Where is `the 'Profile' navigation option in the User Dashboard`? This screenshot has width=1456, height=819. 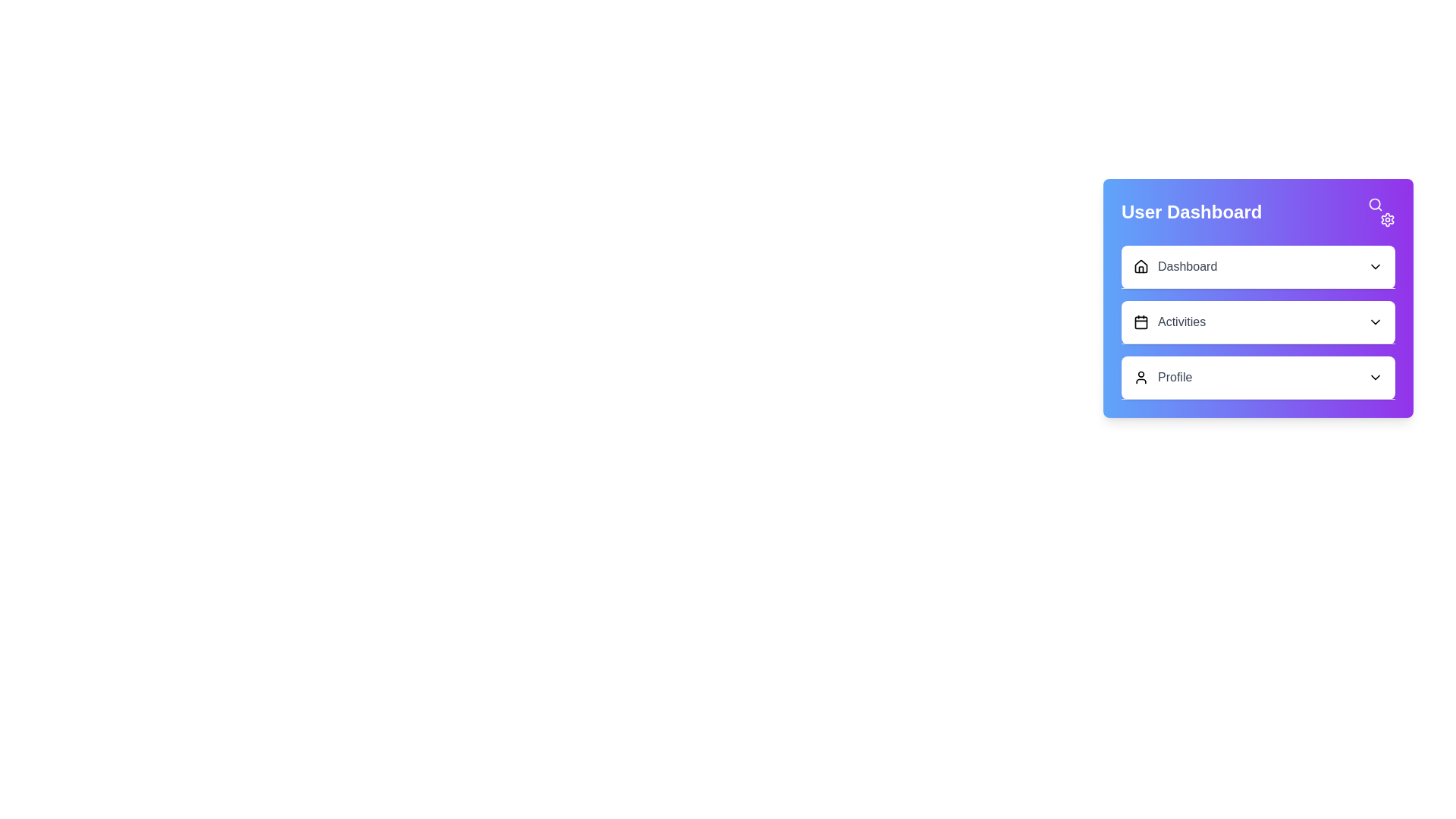
the 'Profile' navigation option in the User Dashboard is located at coordinates (1162, 376).